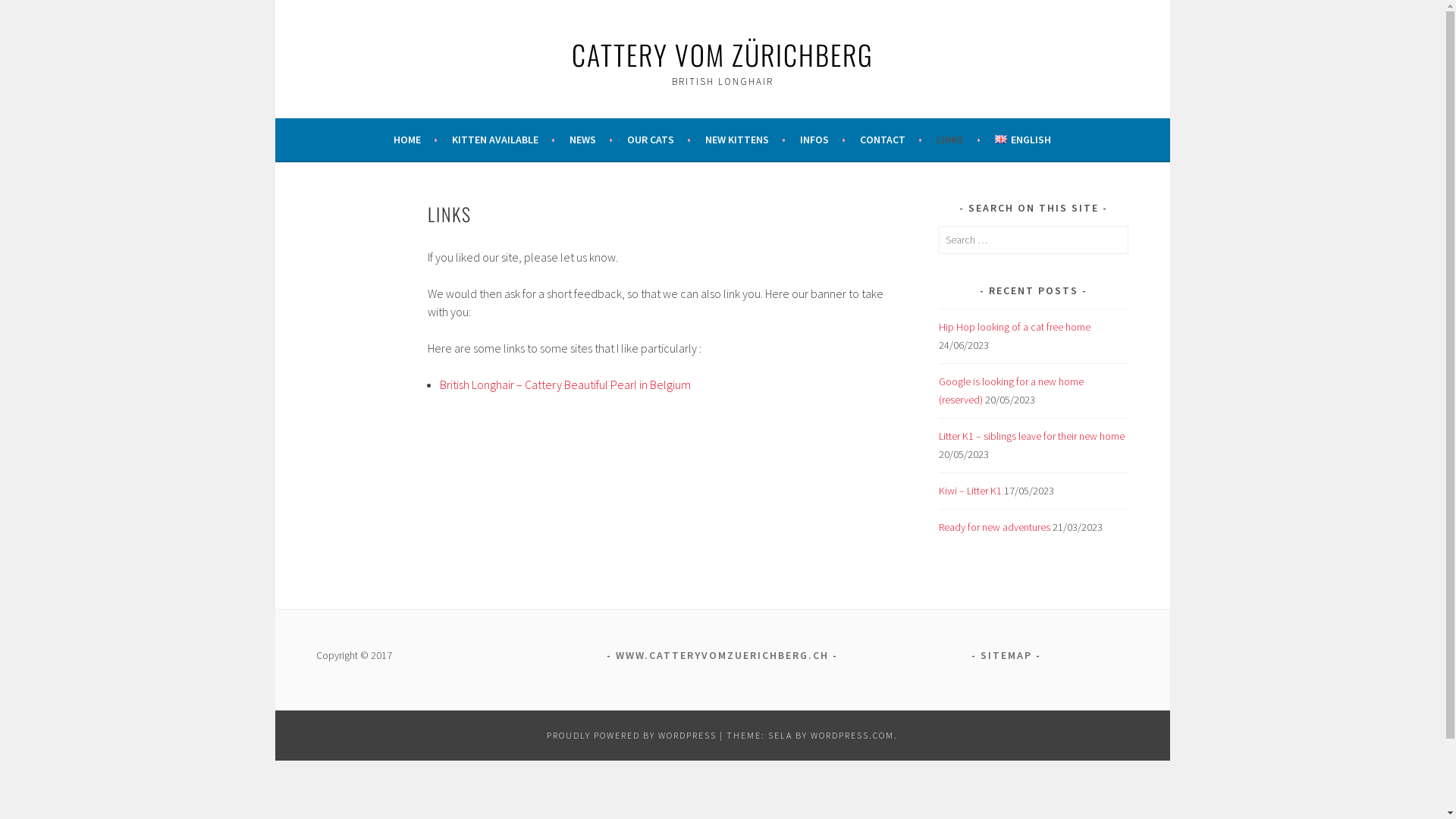 This screenshot has width=1456, height=819. Describe the element at coordinates (632, 734) in the screenshot. I see `'PROUDLY POWERED BY WORDPRESS'` at that location.